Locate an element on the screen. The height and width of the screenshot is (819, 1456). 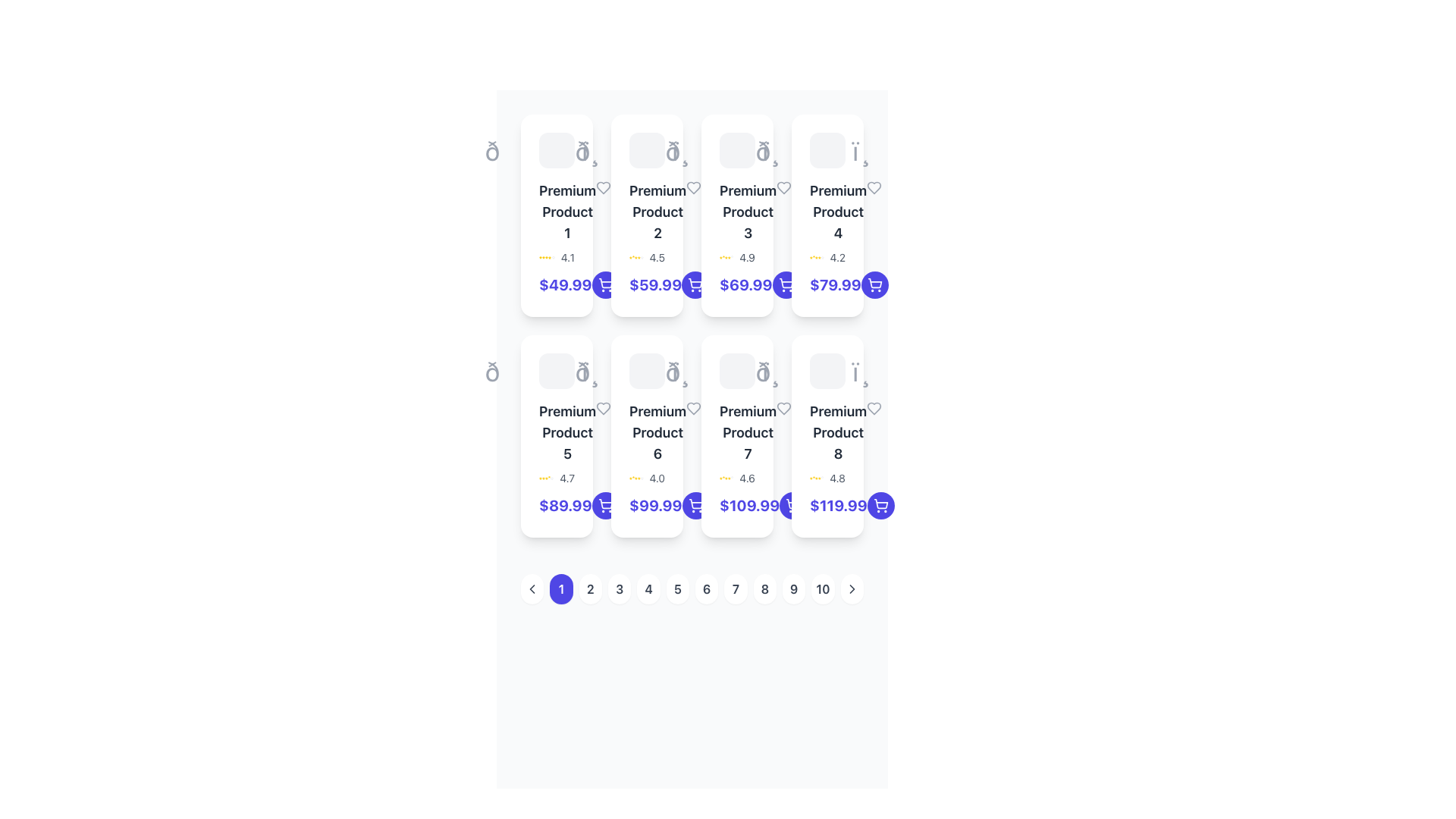
the bold, indigo-colored price display '$99.99' located at the bottom center of the 'Premium Product 6' card, positioned above the shopping cart button is located at coordinates (647, 506).